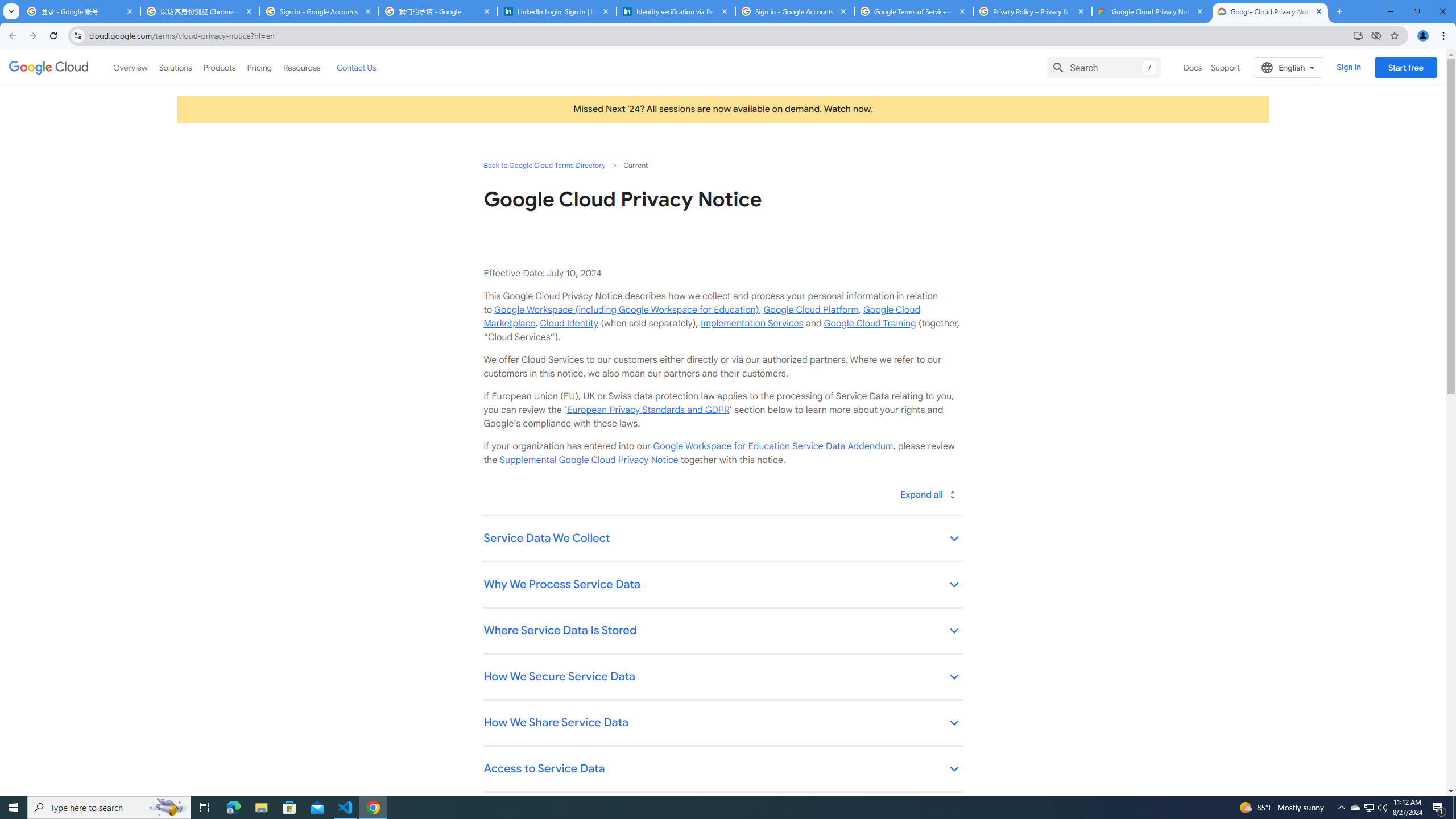  Describe the element at coordinates (772, 446) in the screenshot. I see `'Google Workspace for Education Service Data Addendum'` at that location.